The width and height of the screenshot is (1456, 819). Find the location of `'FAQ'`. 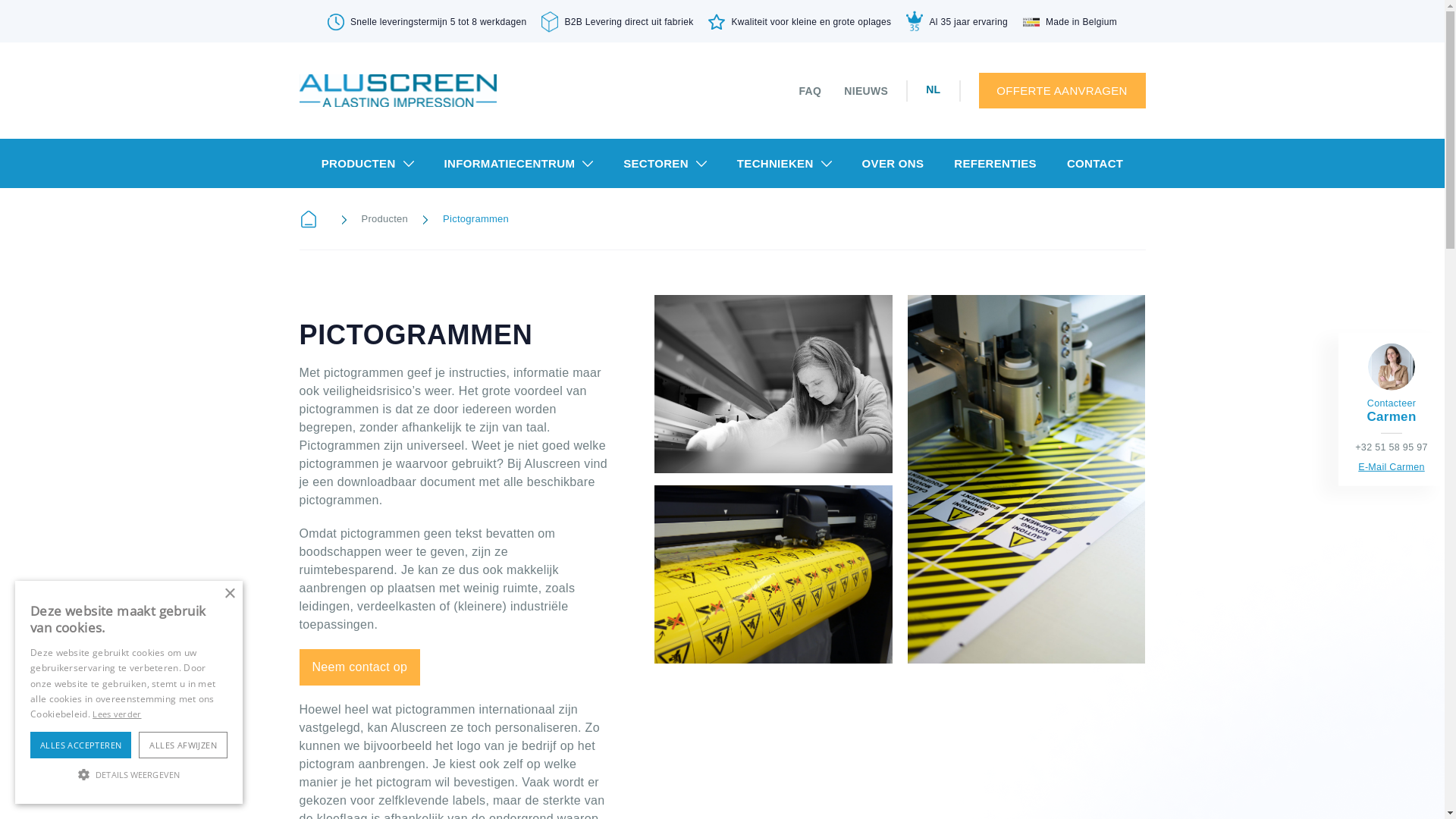

'FAQ' is located at coordinates (810, 90).